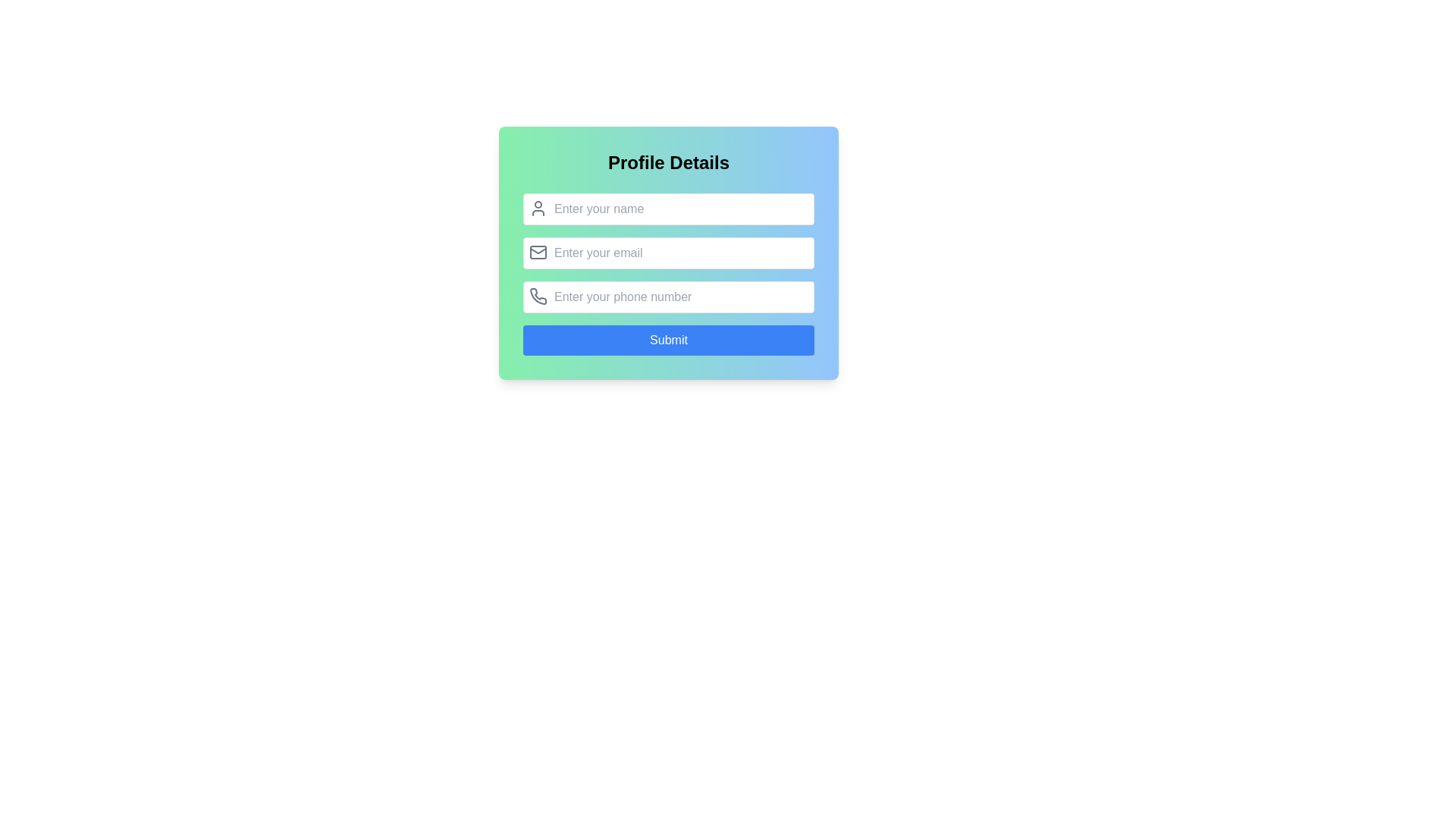 The image size is (1456, 819). What do you see at coordinates (538, 296) in the screenshot?
I see `the phone number input icon located at the beginning of the input field` at bounding box center [538, 296].